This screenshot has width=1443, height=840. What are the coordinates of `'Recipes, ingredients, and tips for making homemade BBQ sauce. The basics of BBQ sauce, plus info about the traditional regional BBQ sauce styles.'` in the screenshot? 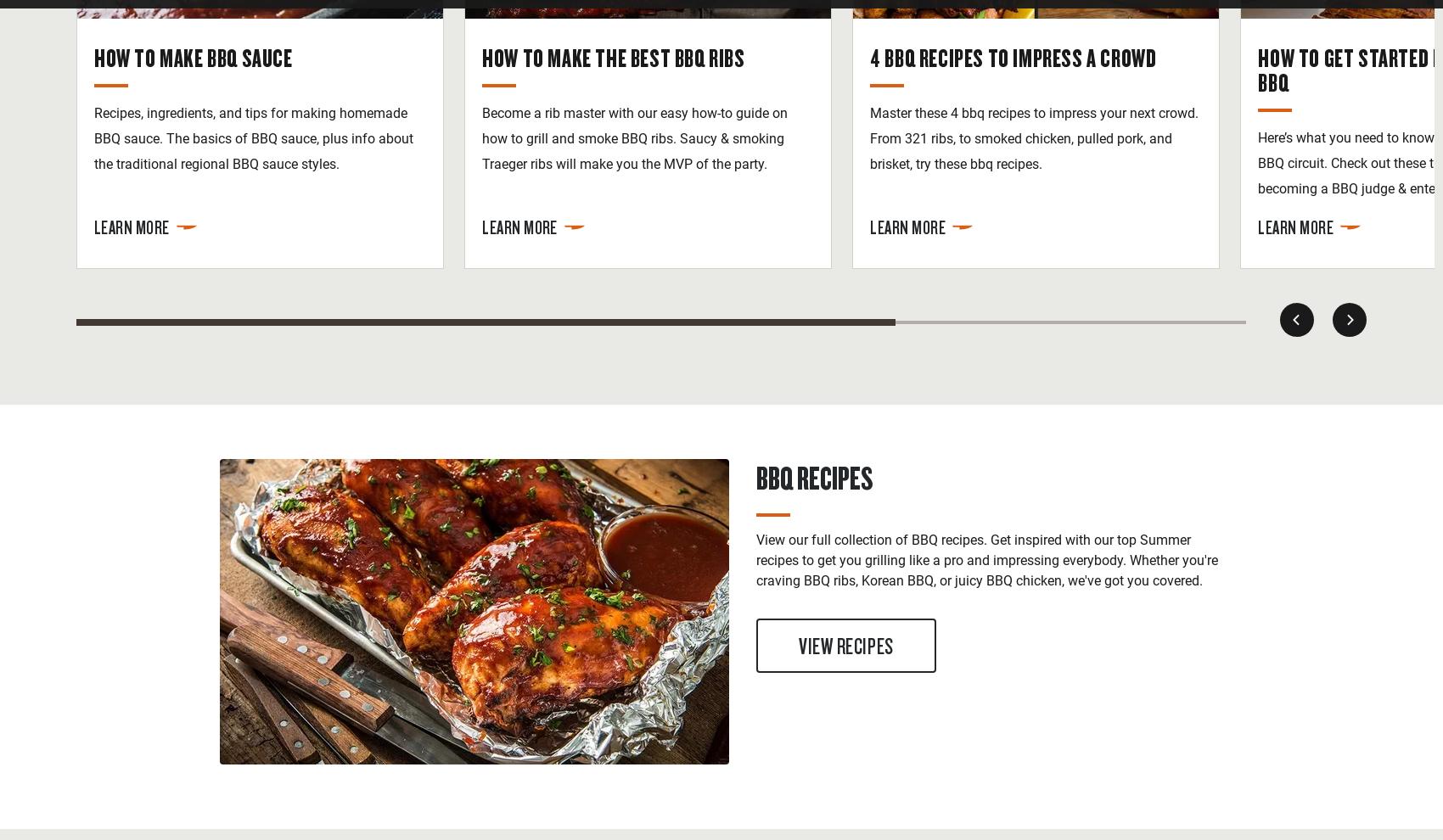 It's located at (93, 137).